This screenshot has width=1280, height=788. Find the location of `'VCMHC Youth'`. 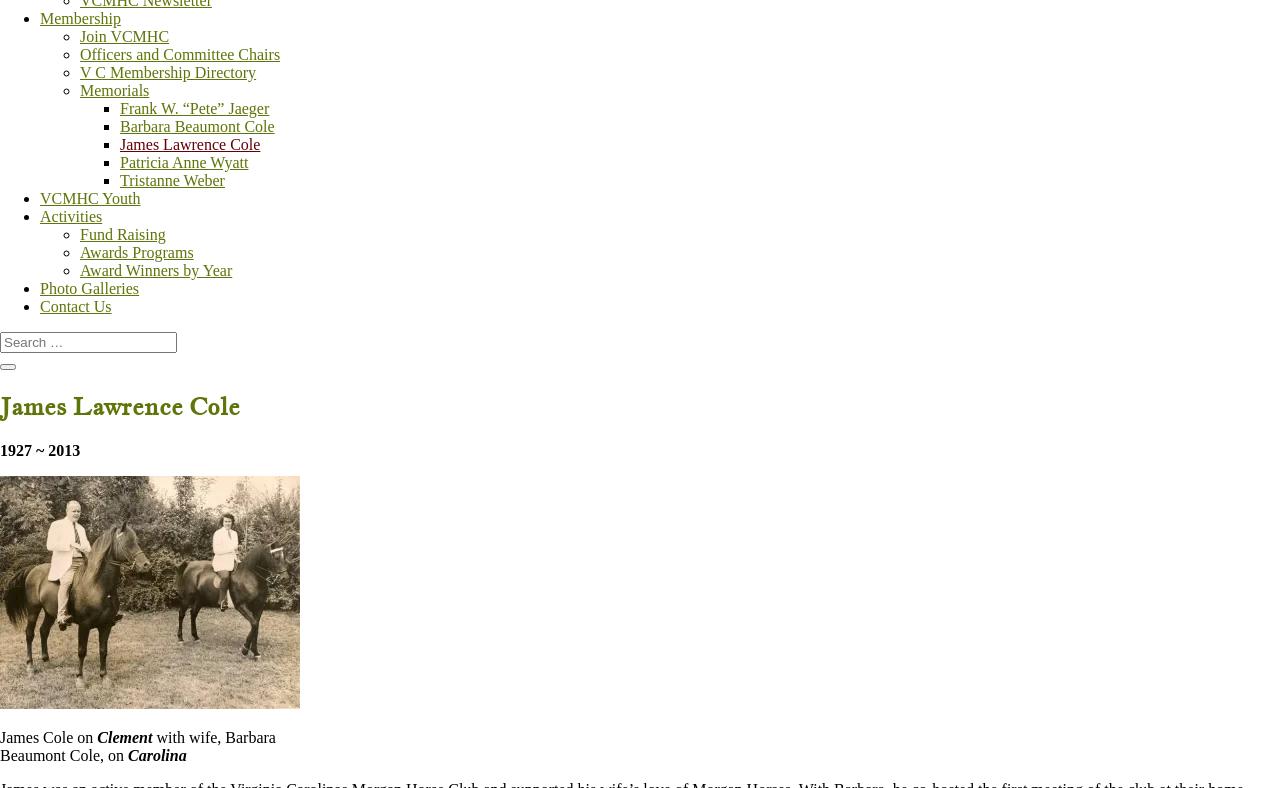

'VCMHC Youth' is located at coordinates (39, 197).